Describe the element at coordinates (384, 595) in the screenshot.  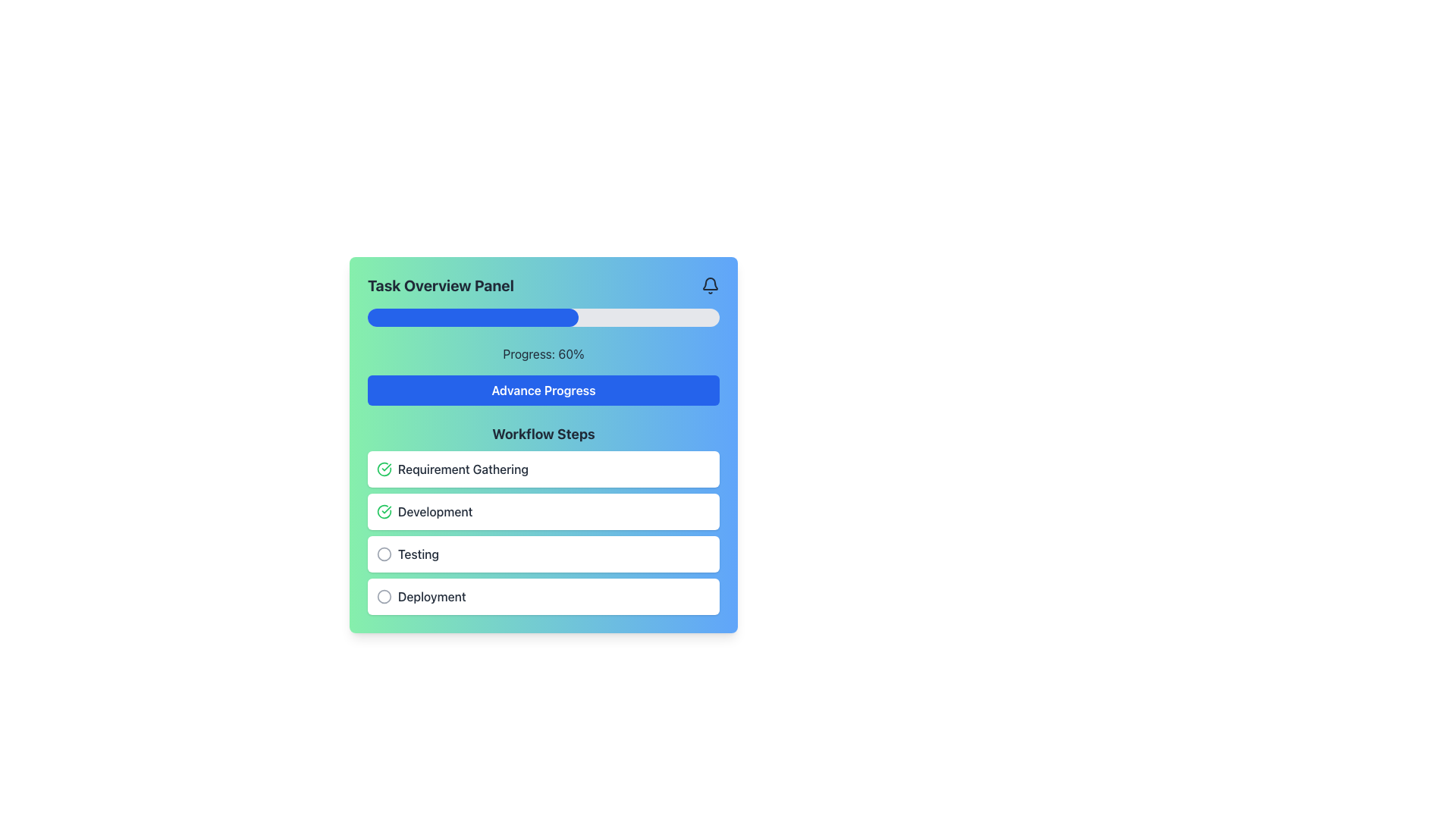
I see `the circular icon representing the 'Deployment' step located in the fourth row of the 'Workflow Steps' section, to the left of the text 'Deployment'` at that location.